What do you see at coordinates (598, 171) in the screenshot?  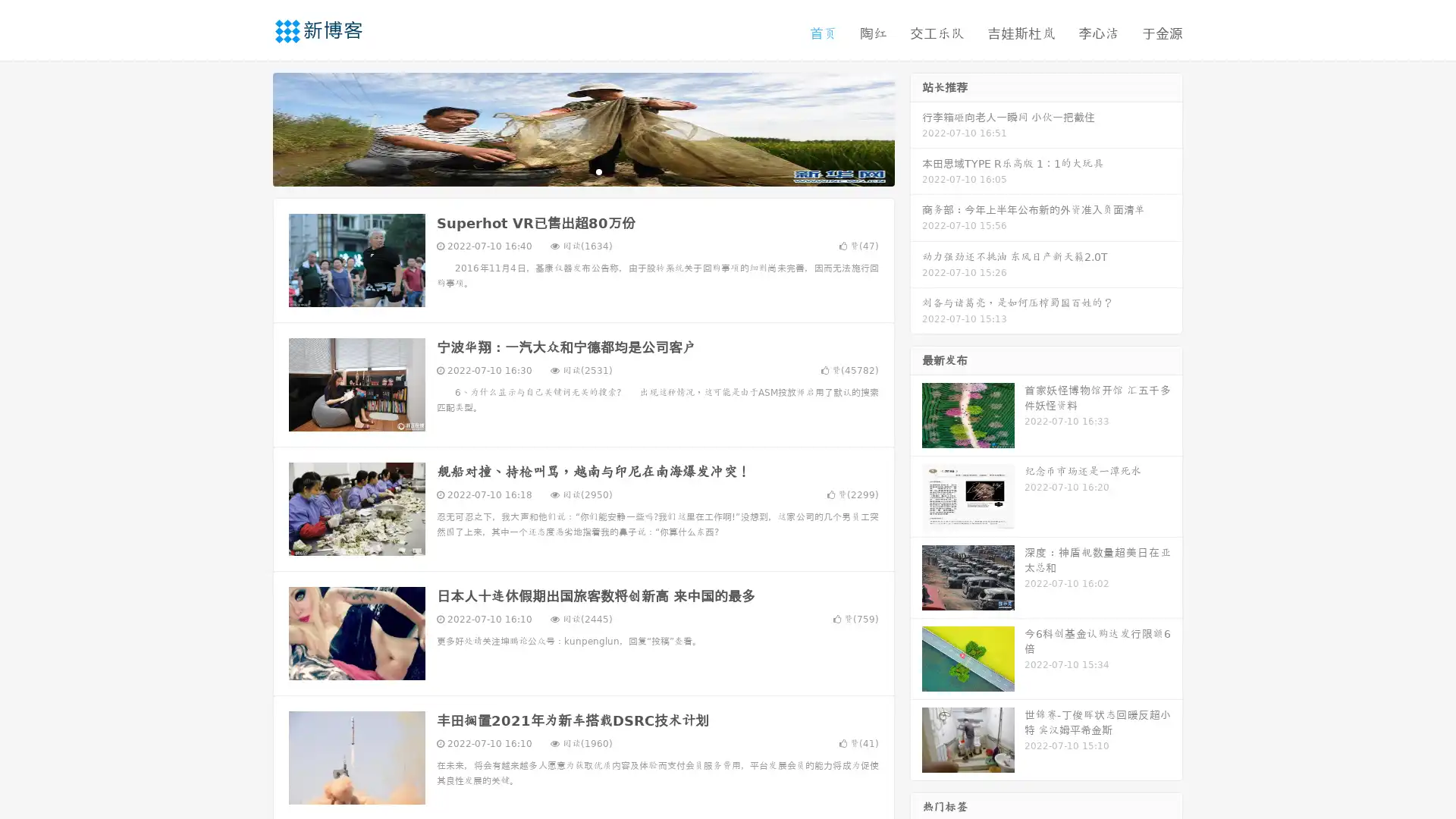 I see `Go to slide 3` at bounding box center [598, 171].